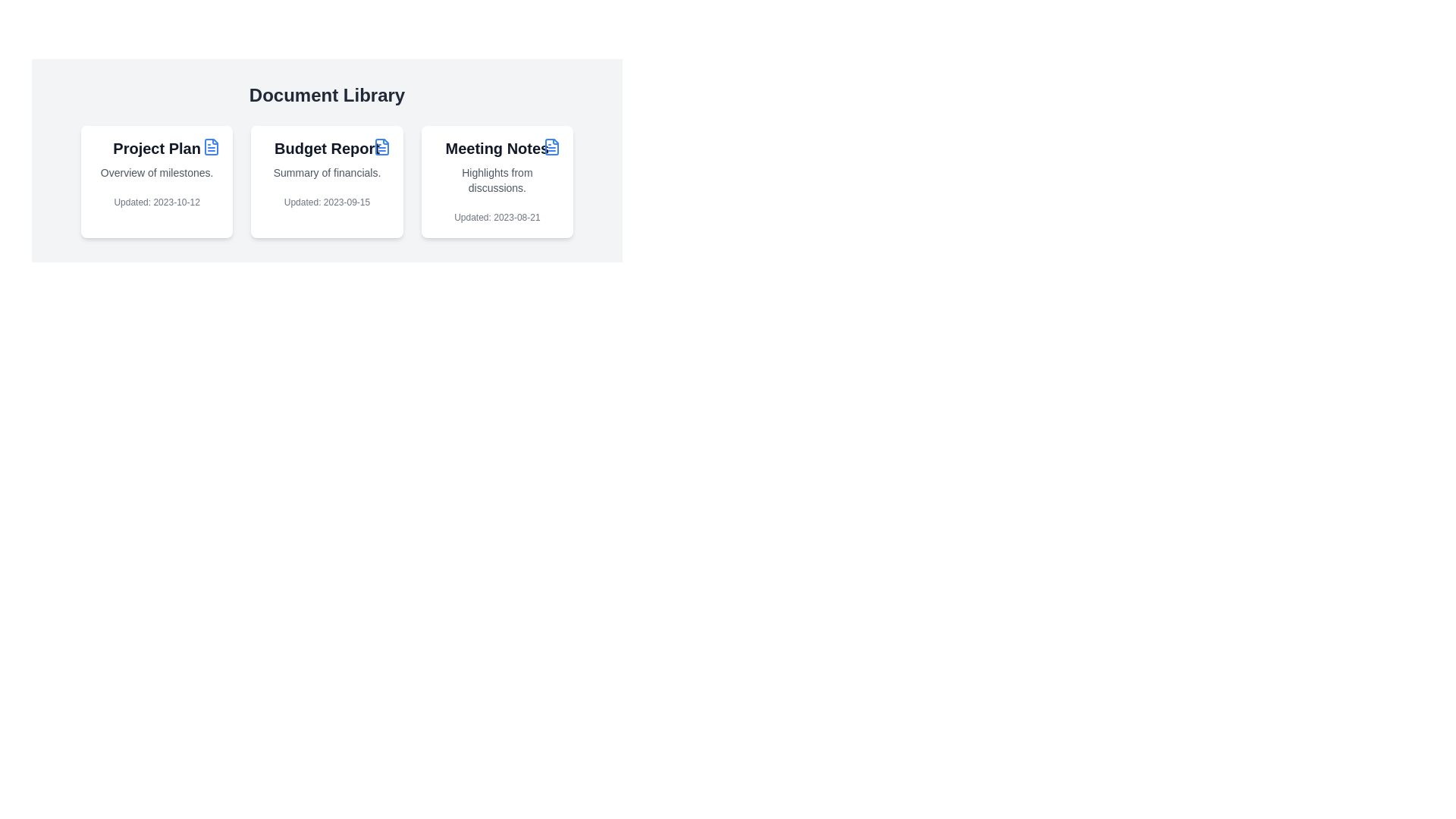  Describe the element at coordinates (157, 180) in the screenshot. I see `the Information card located at the top-left corner of the grid layout` at that location.